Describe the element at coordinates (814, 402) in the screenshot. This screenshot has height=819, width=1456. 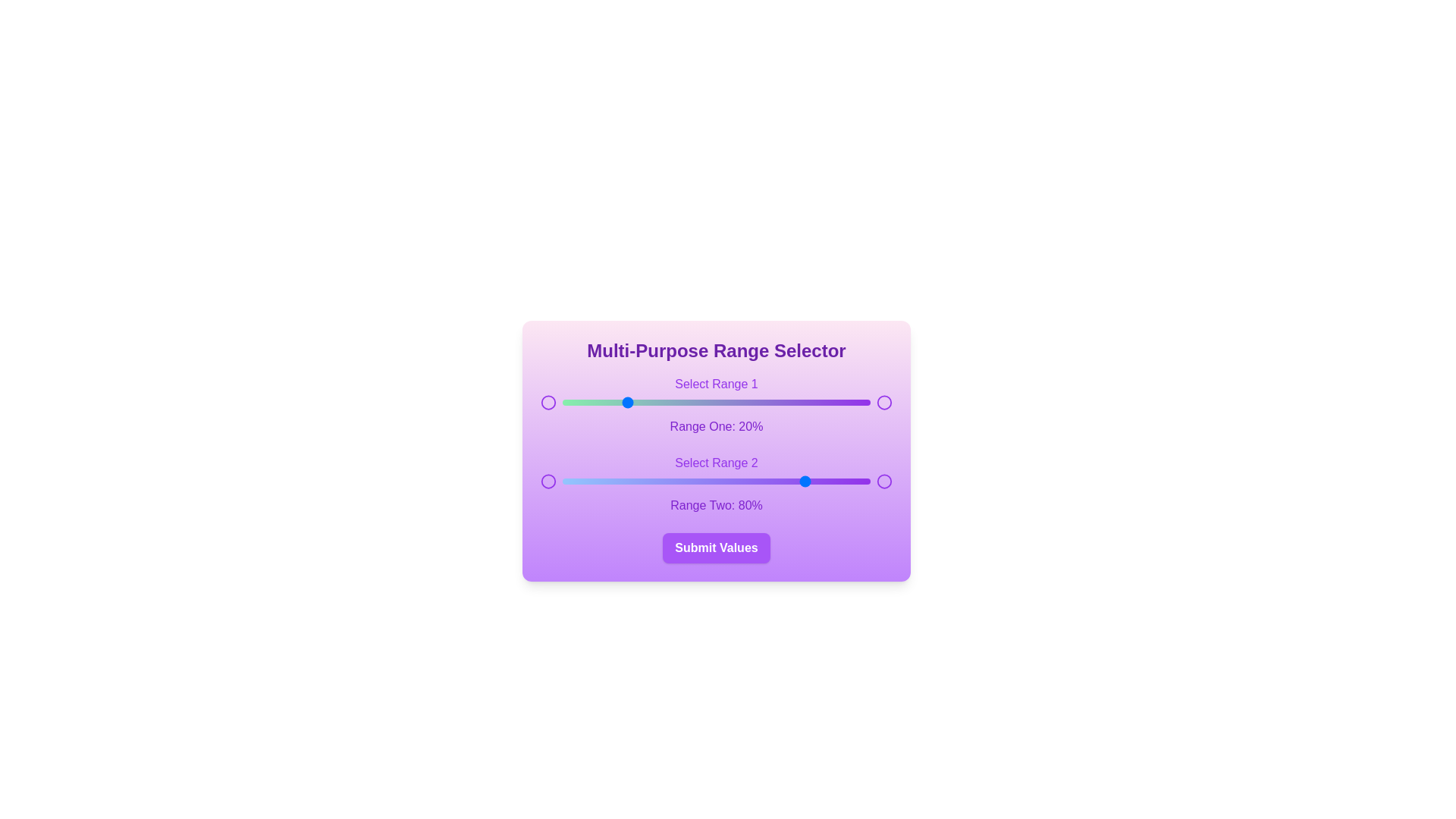
I see `the slider handle to set the value to 82% for the selected range` at that location.